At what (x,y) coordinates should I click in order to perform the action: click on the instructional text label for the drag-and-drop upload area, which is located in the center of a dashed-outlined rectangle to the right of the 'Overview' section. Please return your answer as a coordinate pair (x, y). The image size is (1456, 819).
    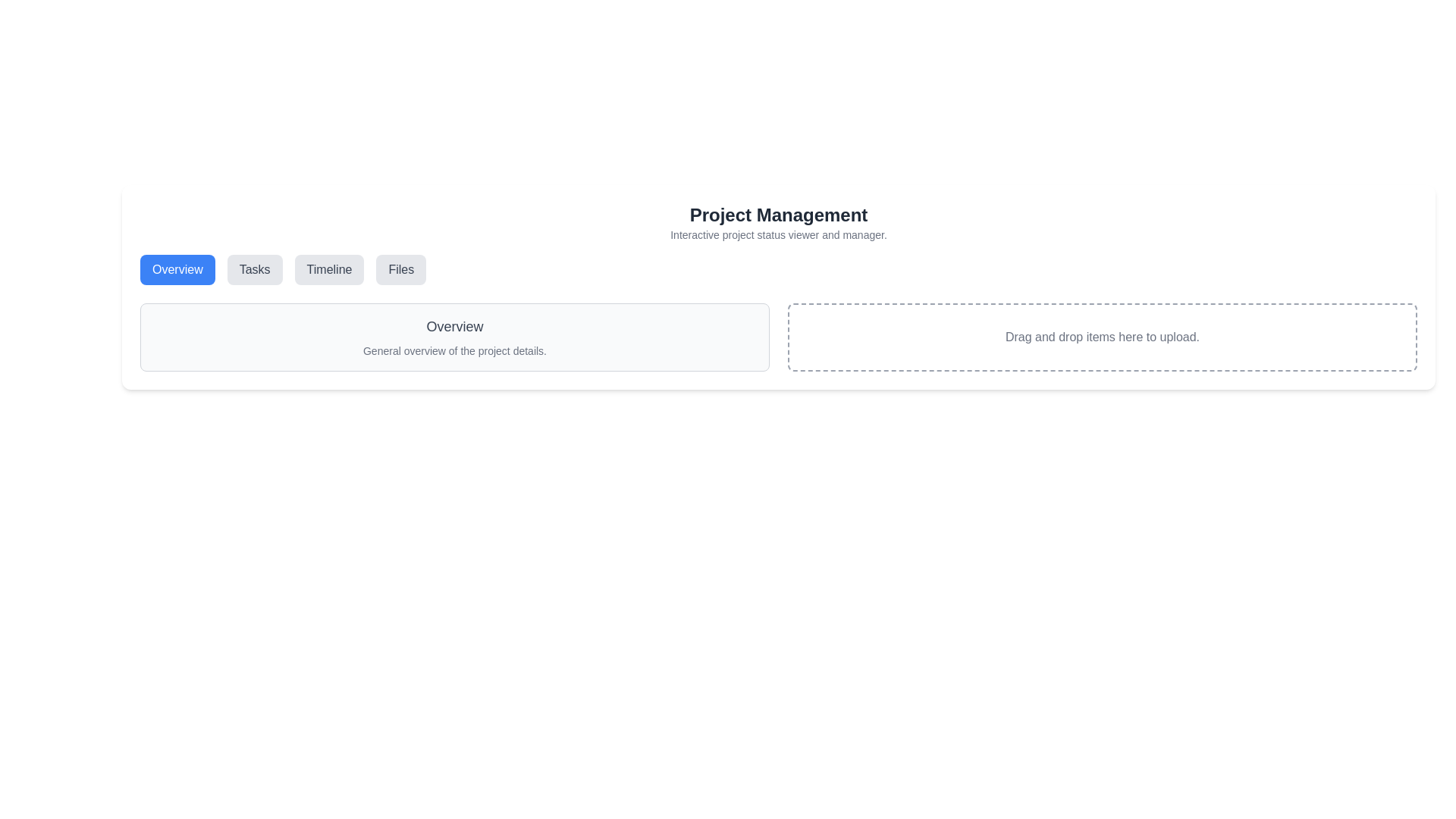
    Looking at the image, I should click on (1103, 336).